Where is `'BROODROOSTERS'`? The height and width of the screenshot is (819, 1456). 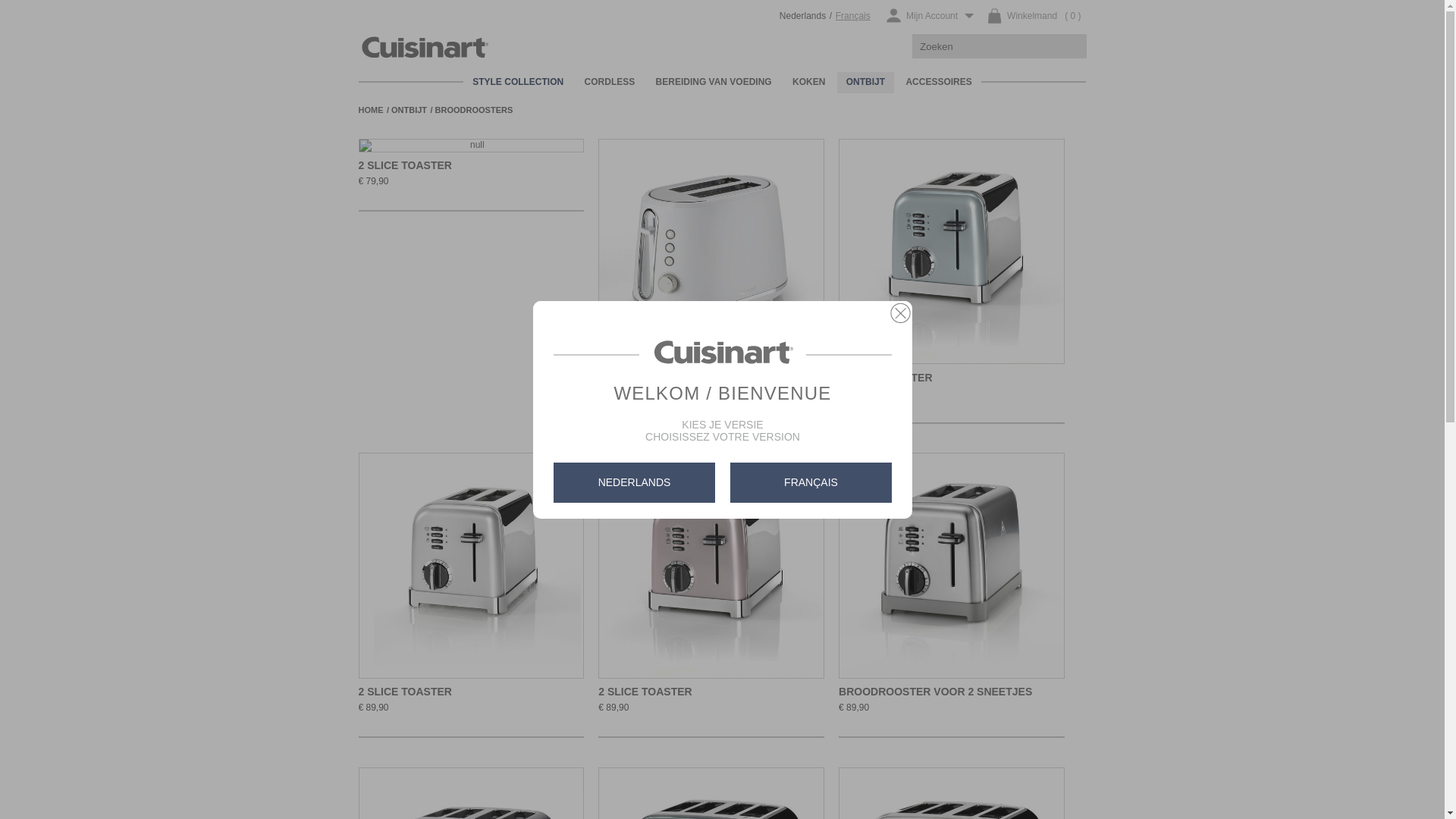
'BROODROOSTERS' is located at coordinates (475, 109).